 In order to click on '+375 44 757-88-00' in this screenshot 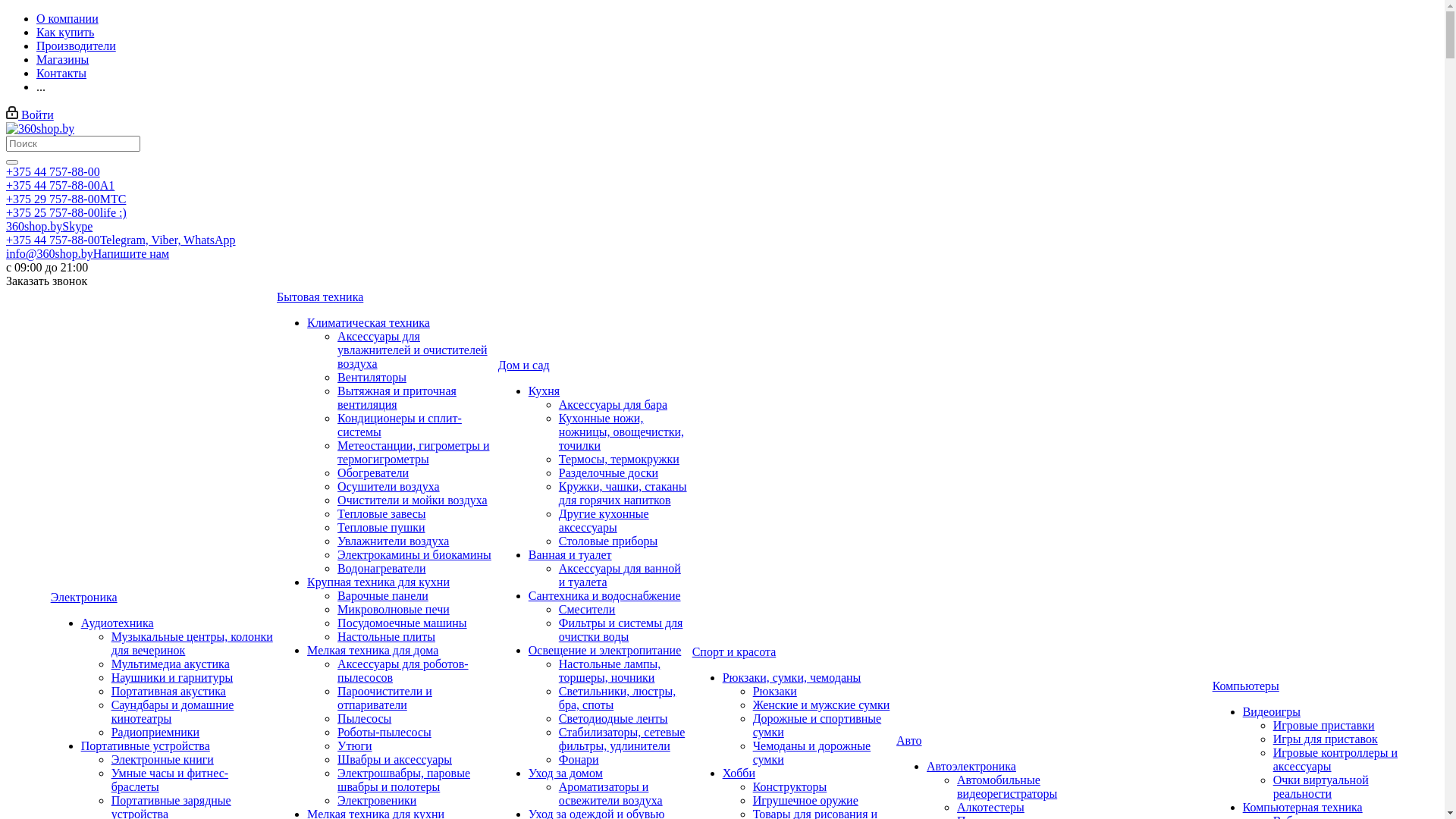, I will do `click(53, 171)`.